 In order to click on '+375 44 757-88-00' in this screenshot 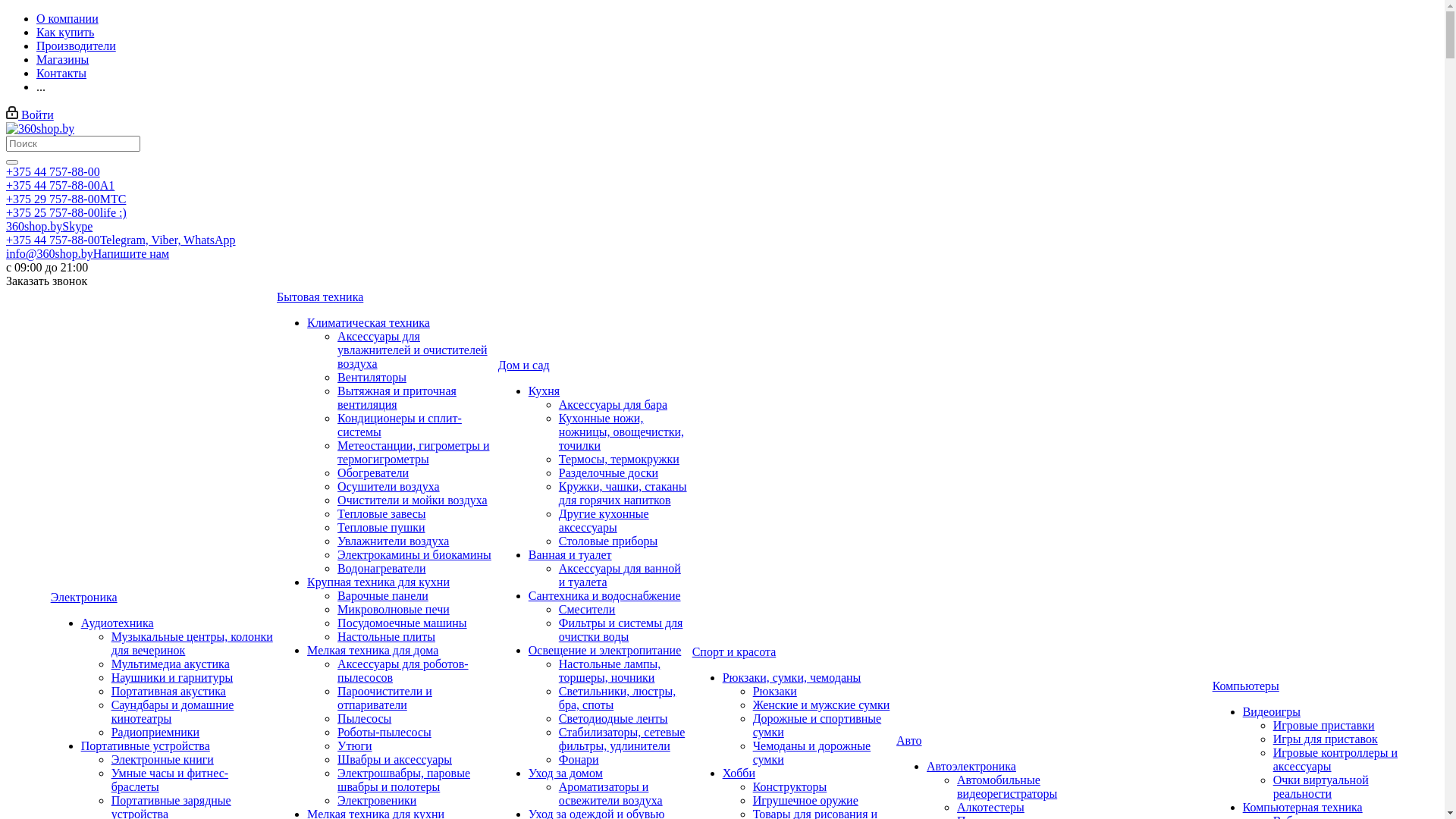, I will do `click(53, 171)`.